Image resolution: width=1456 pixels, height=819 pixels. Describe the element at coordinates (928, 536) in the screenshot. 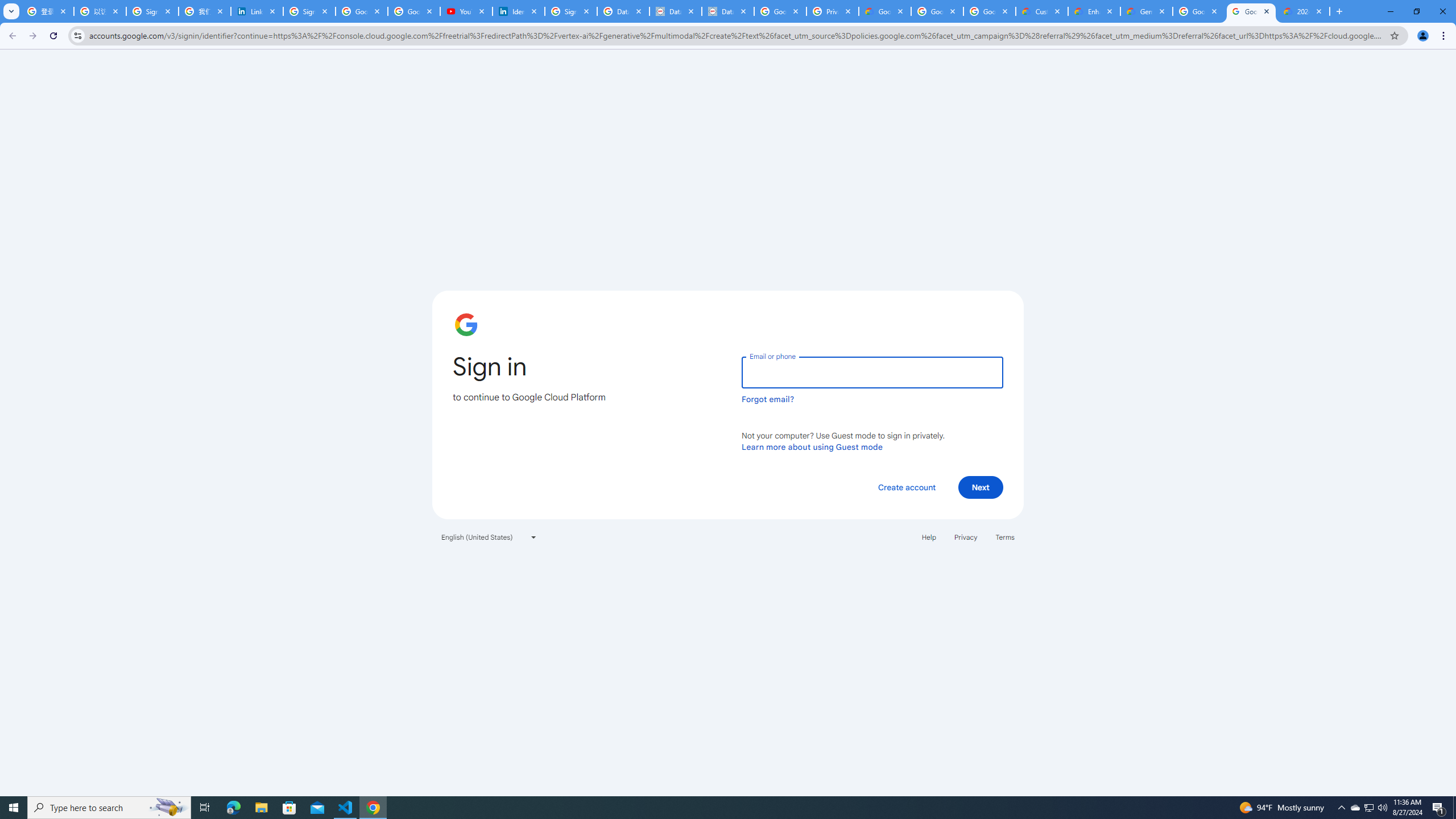

I see `'Help'` at that location.